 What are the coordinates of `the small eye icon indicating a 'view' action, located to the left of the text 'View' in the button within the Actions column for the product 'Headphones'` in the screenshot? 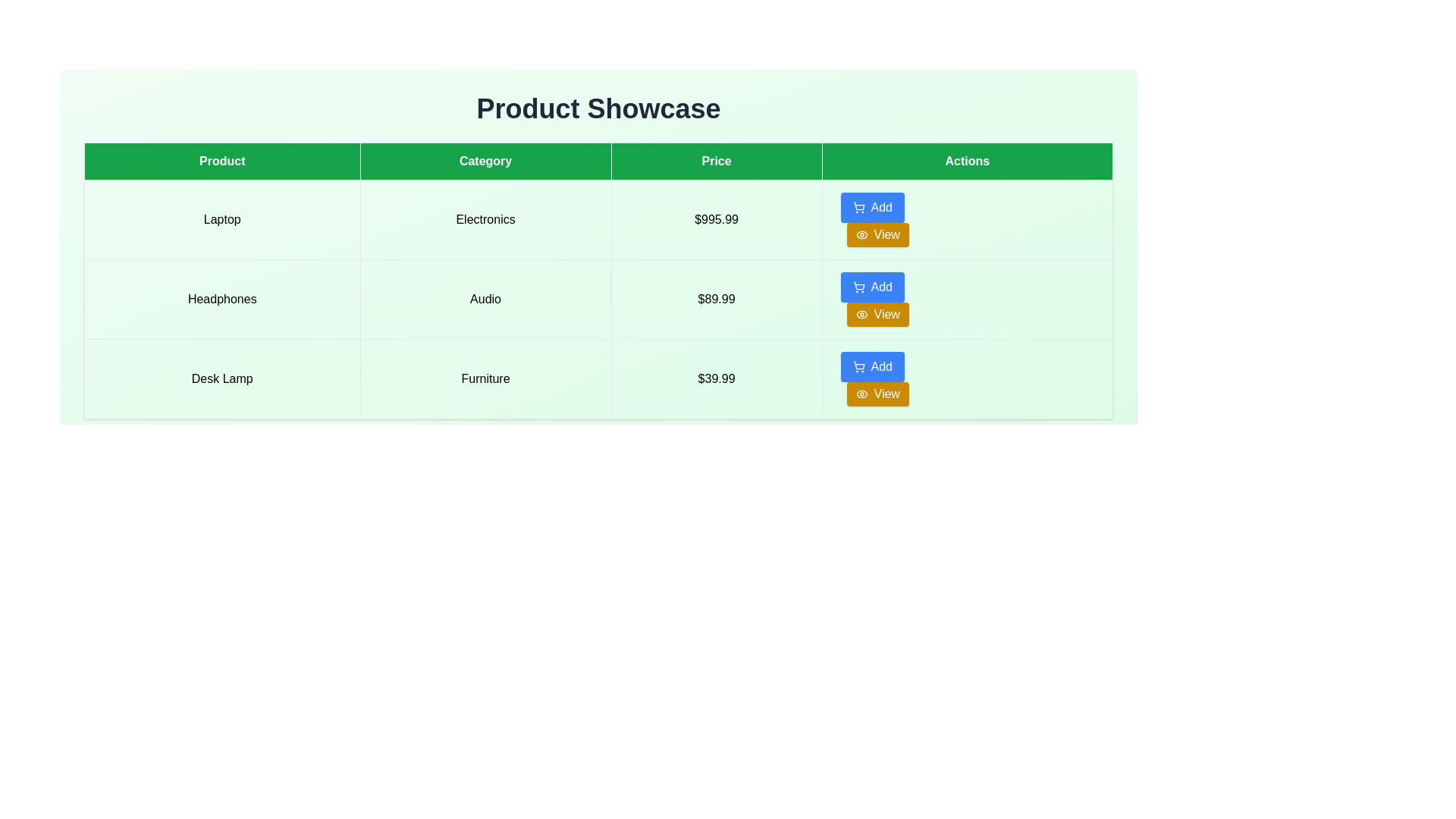 It's located at (861, 234).